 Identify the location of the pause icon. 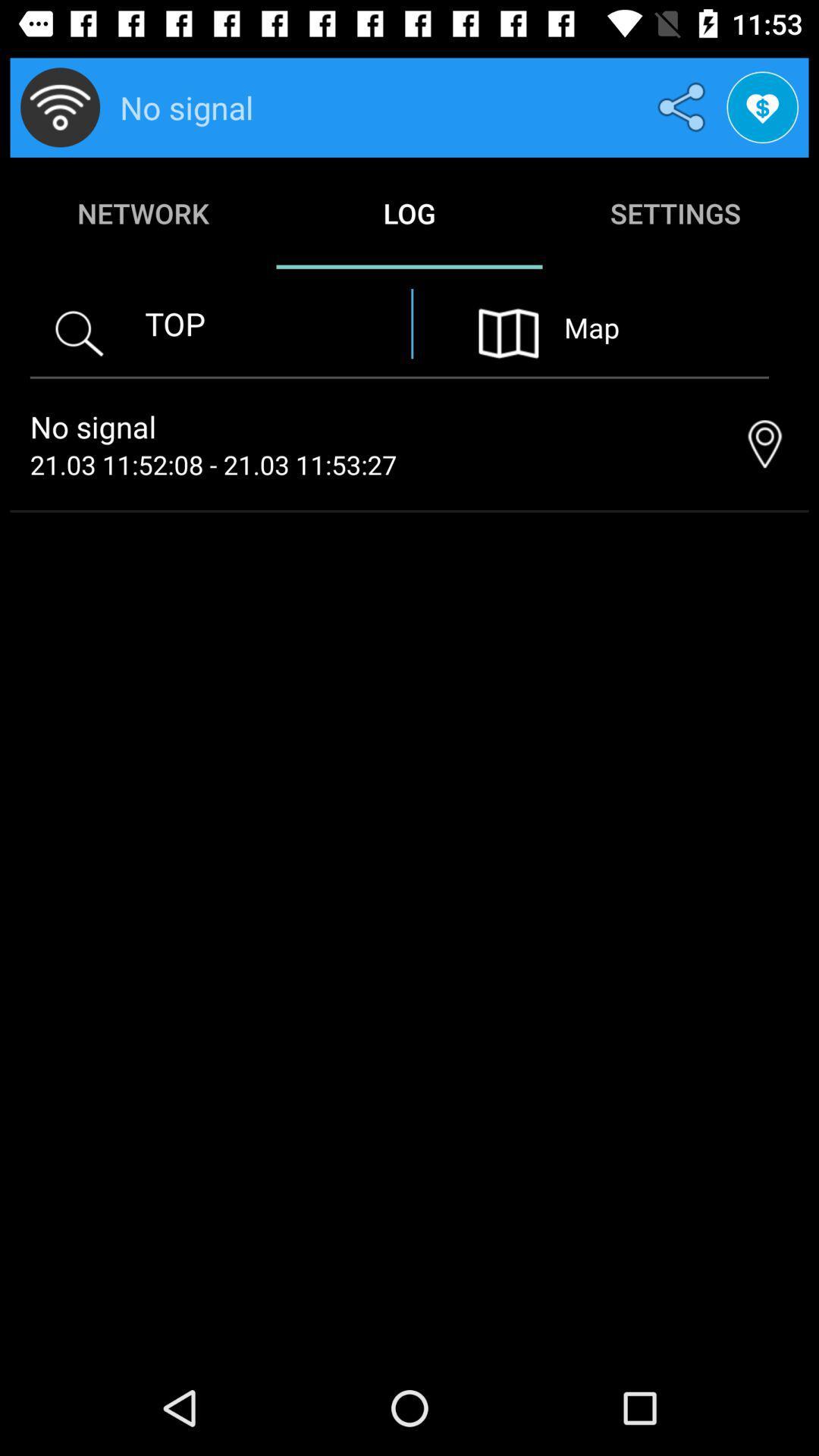
(508, 332).